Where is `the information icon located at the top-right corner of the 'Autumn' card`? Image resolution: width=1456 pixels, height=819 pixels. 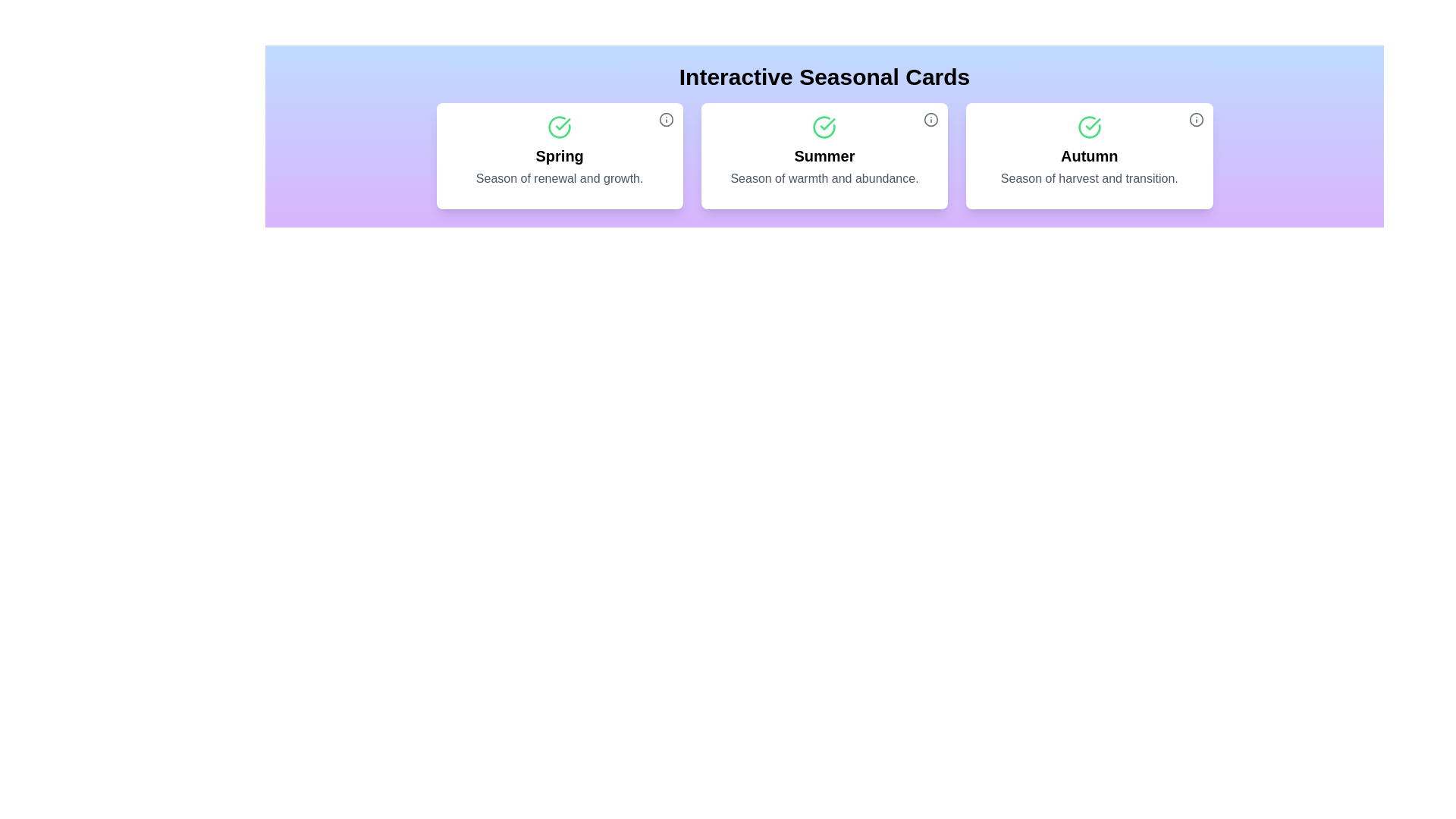 the information icon located at the top-right corner of the 'Autumn' card is located at coordinates (1195, 119).